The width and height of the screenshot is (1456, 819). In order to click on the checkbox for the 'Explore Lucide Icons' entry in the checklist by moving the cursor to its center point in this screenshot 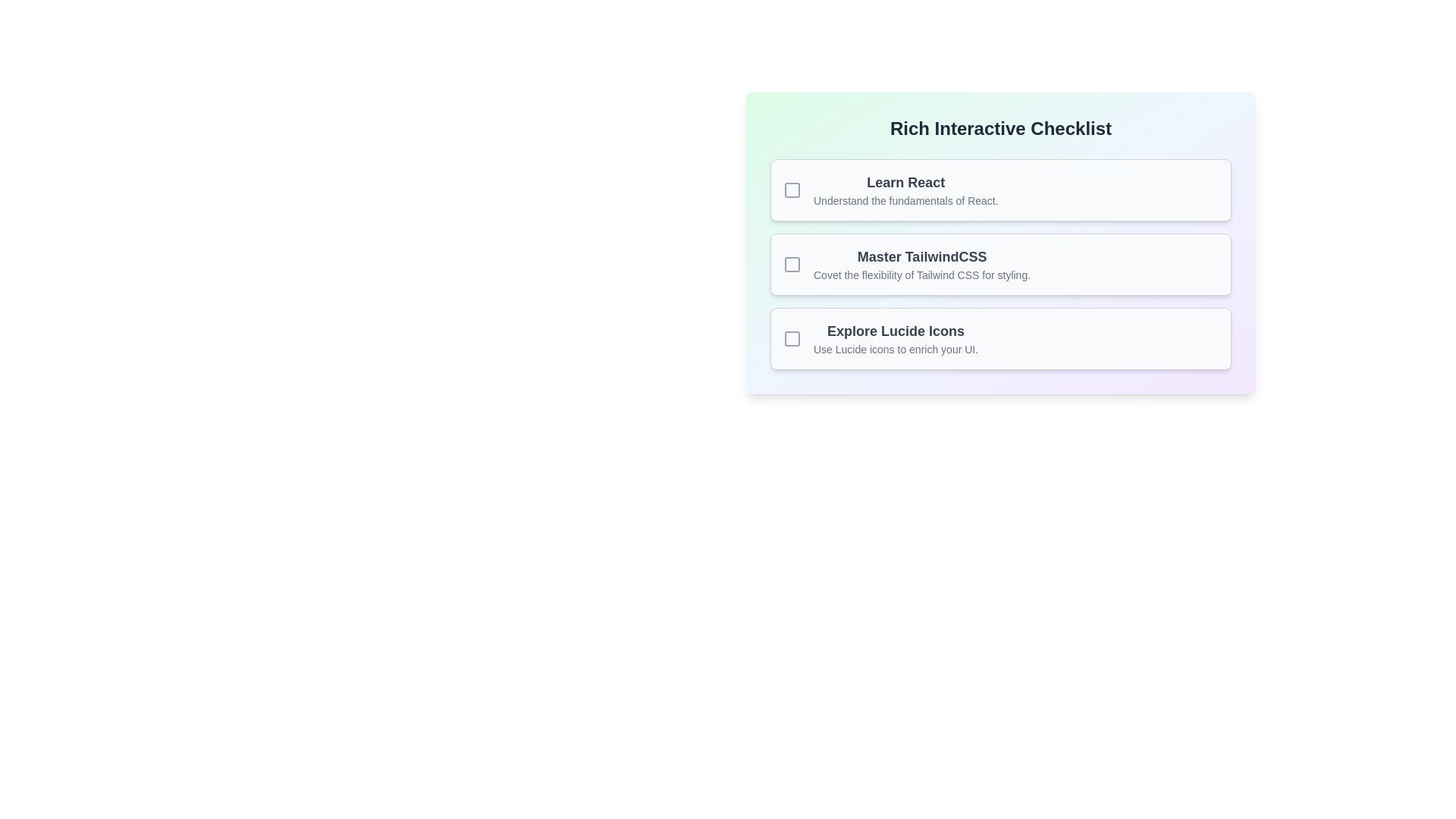, I will do `click(792, 338)`.